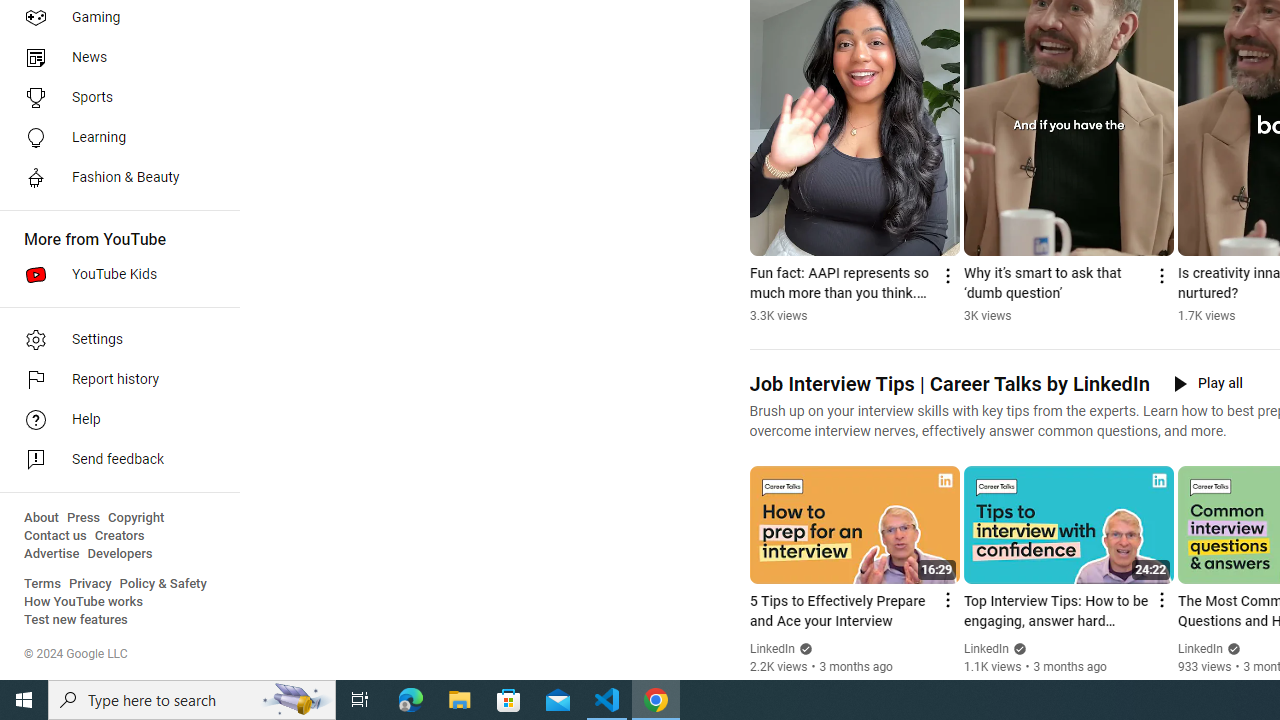  Describe the element at coordinates (55, 535) in the screenshot. I see `'Contact us'` at that location.